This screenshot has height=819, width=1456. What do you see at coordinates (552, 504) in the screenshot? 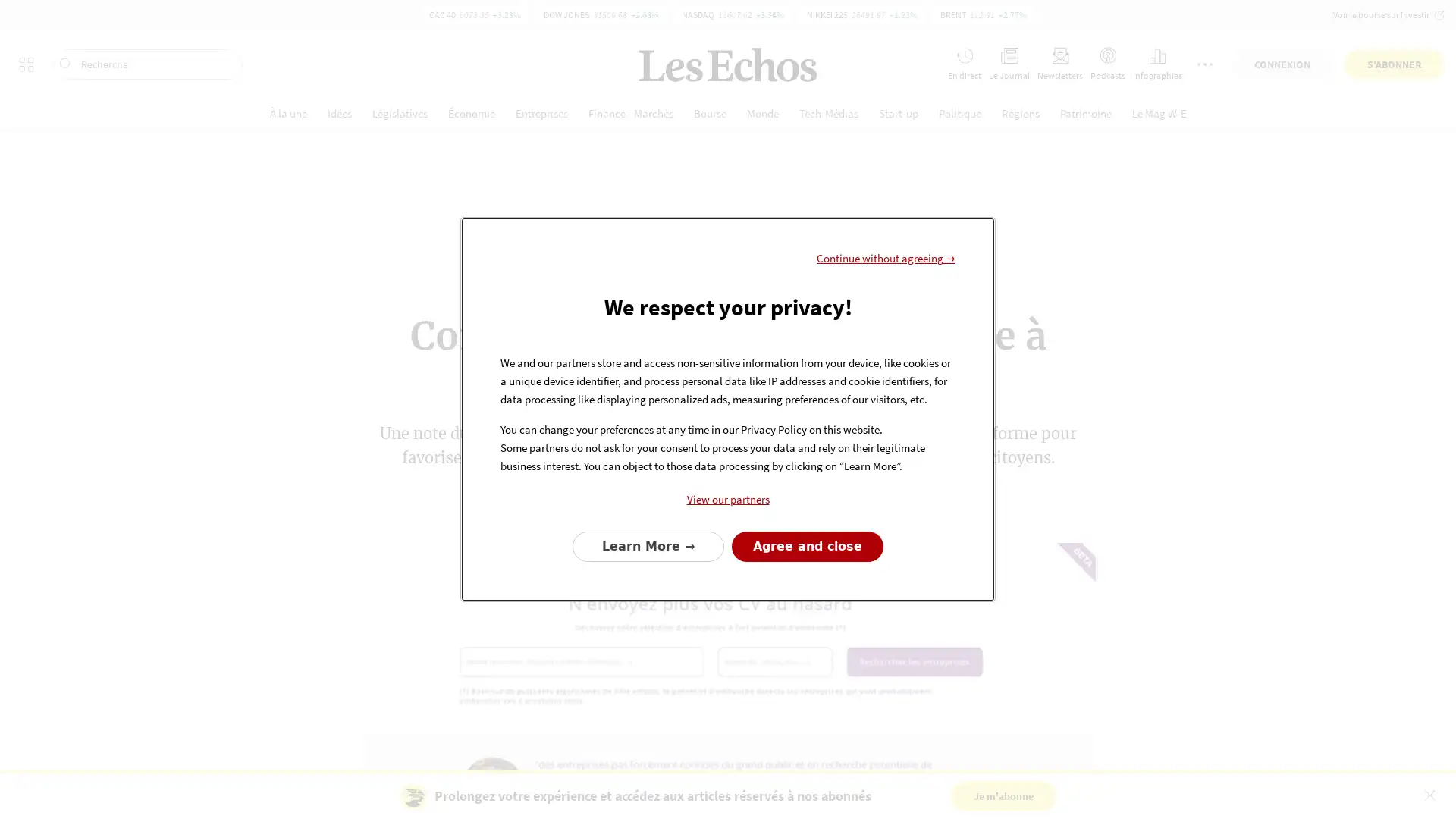
I see `Lire plus tard` at bounding box center [552, 504].